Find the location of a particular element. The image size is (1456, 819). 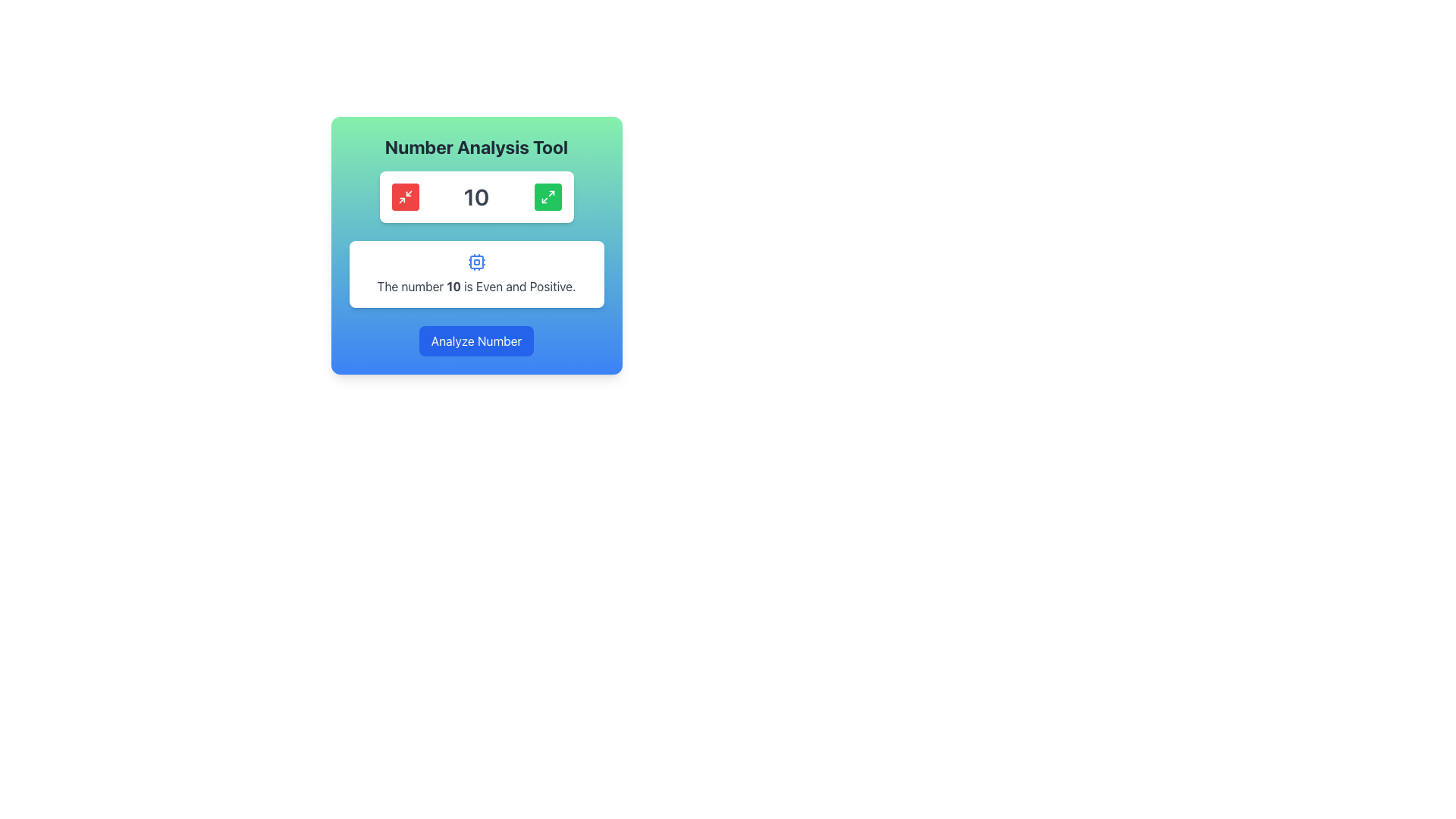

the SVG Rectangle Element that represents the outer square of a CPU icon, located slightly below the header of the 'Number Analysis Tool' is located at coordinates (475, 262).